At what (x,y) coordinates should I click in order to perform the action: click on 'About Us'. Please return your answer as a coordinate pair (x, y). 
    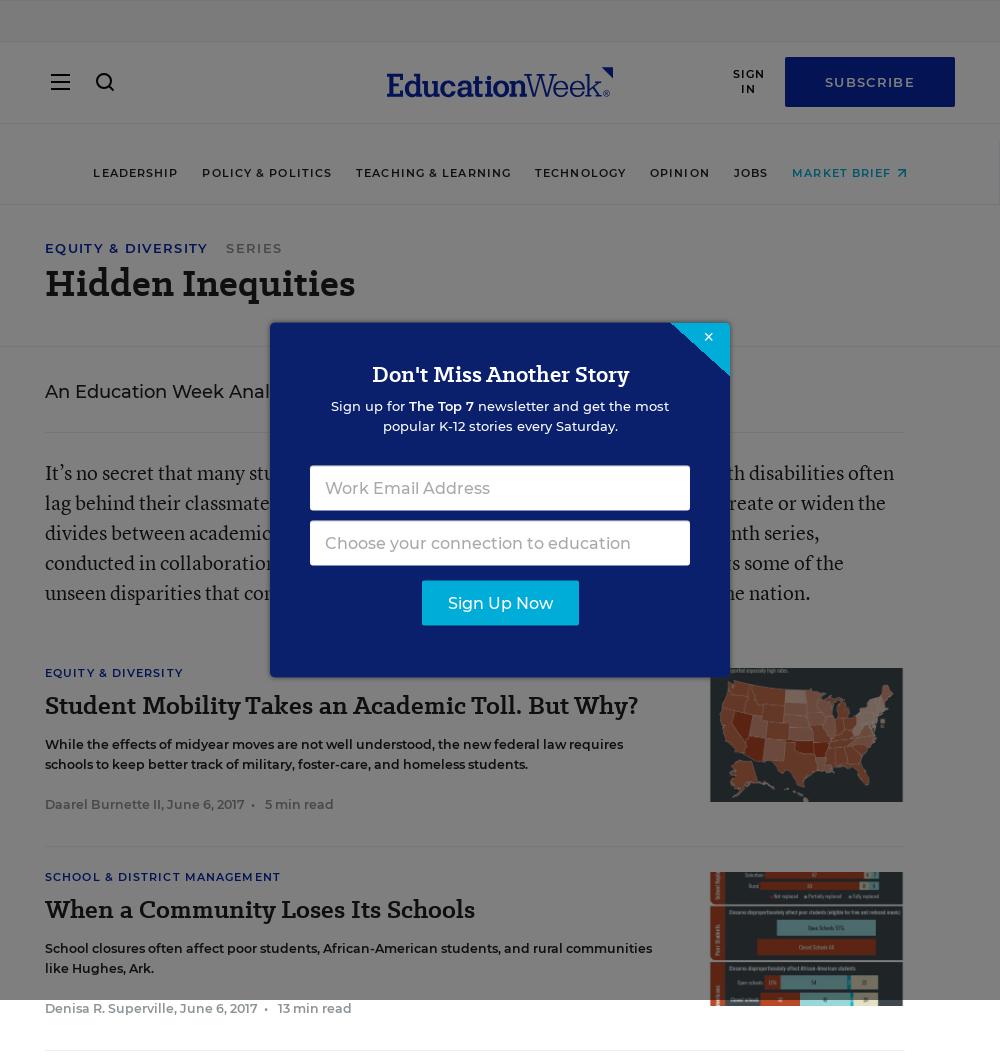
    Looking at the image, I should click on (45, 478).